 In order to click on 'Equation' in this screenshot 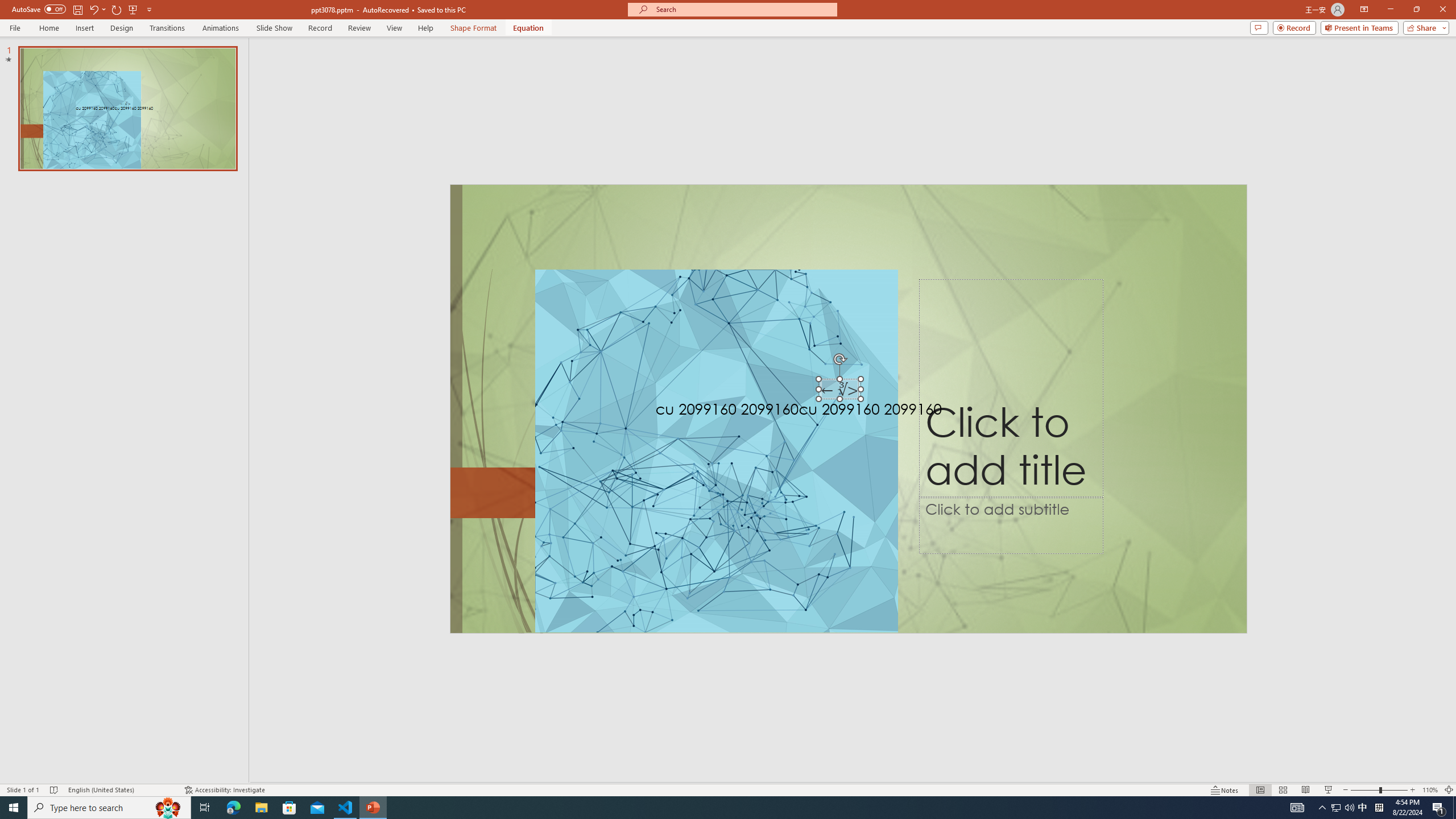, I will do `click(528, 28)`.